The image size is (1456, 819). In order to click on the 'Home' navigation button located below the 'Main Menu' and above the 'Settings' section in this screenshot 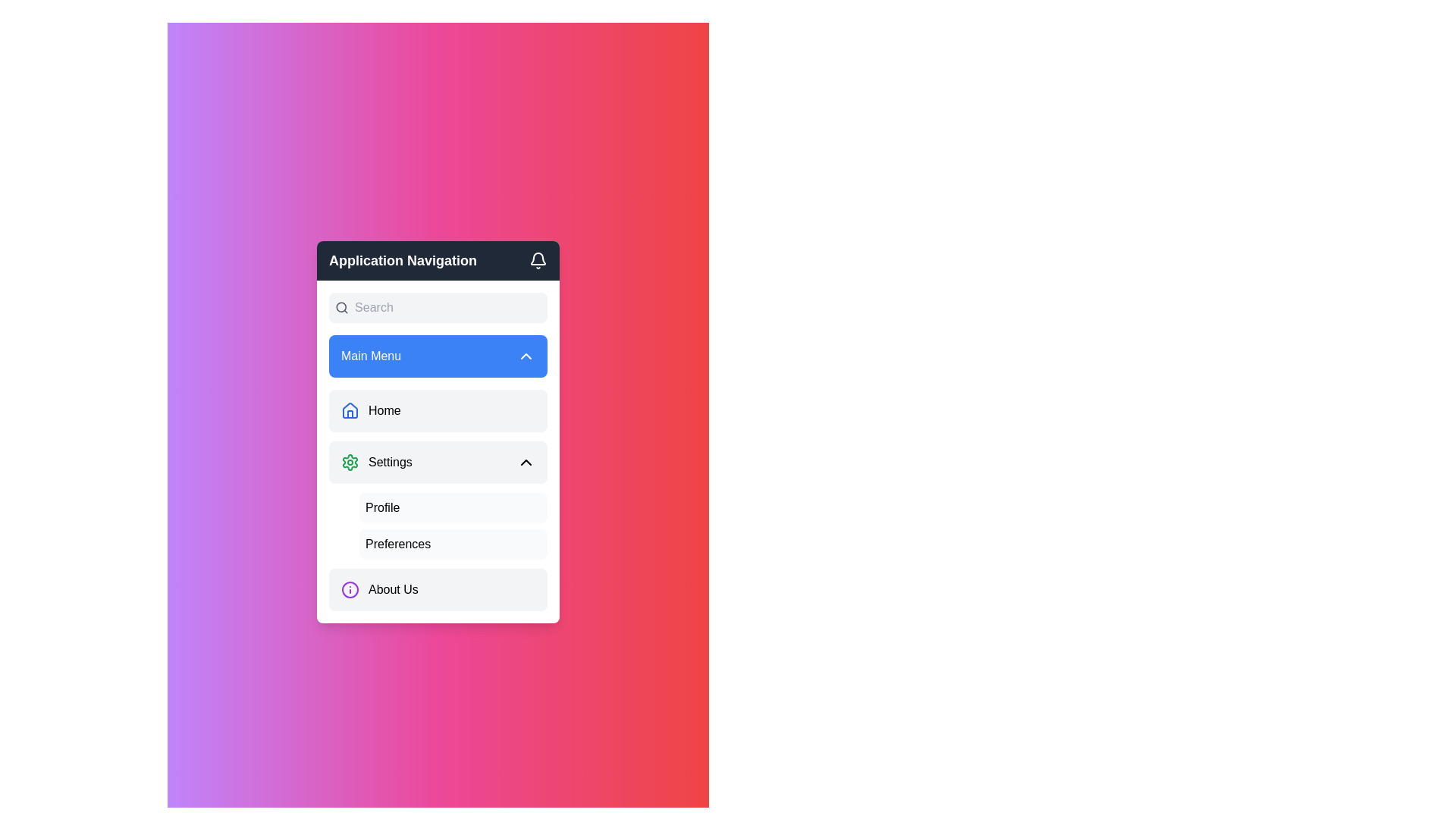, I will do `click(437, 411)`.